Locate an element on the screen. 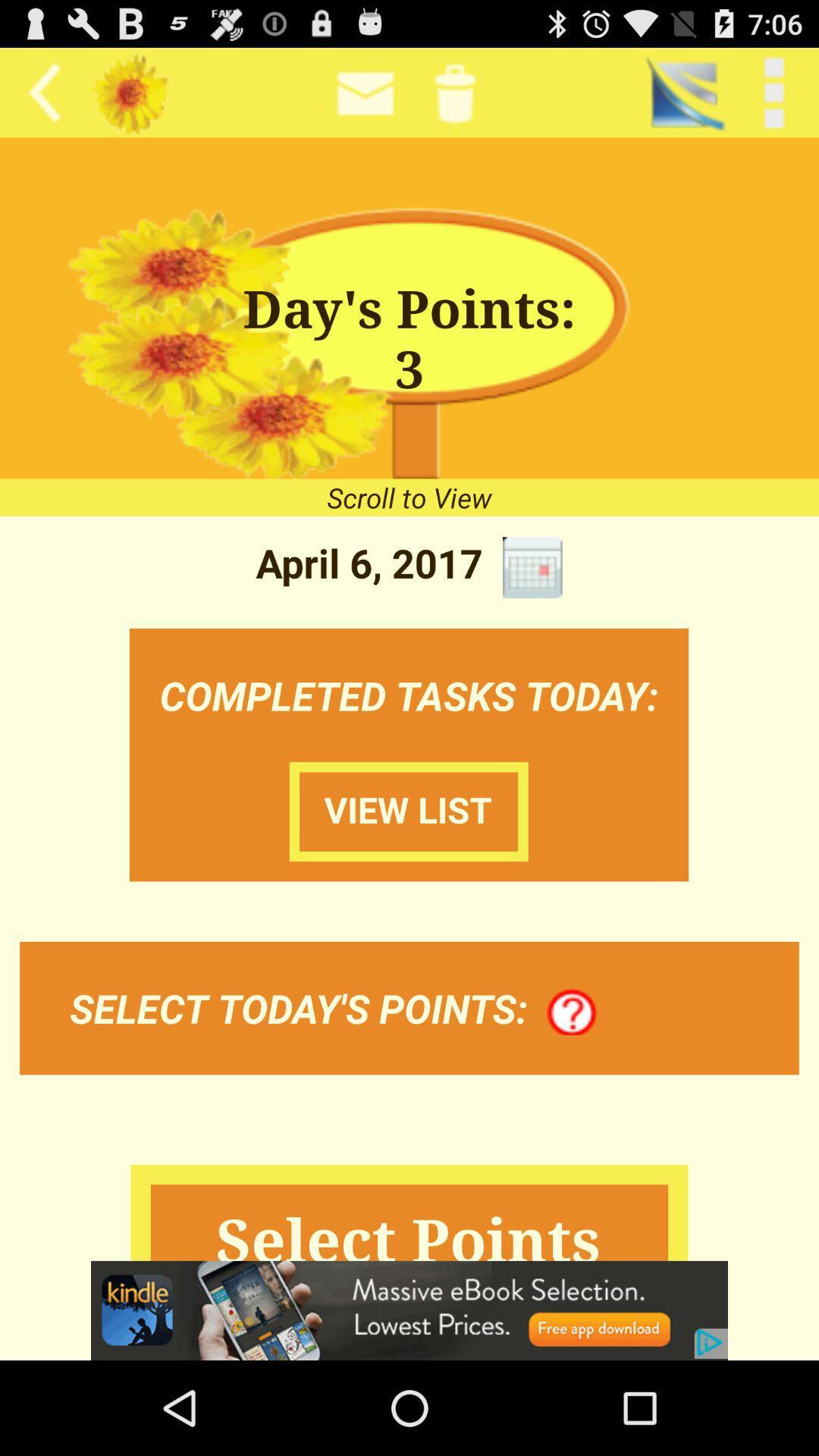 The height and width of the screenshot is (1456, 819). the icon to the right of the select today s item is located at coordinates (572, 1012).